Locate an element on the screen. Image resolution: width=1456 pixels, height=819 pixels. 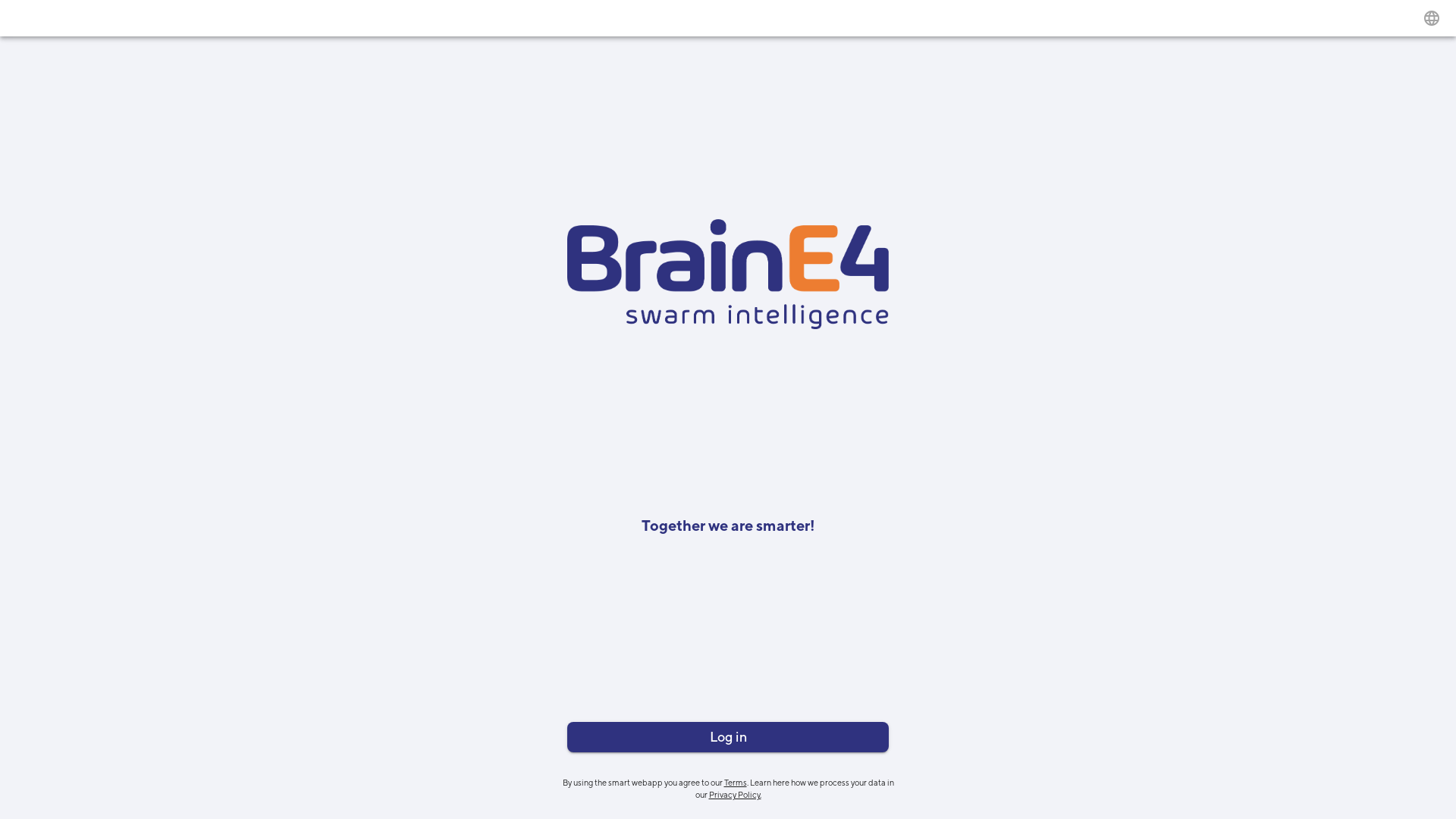
'Terms' is located at coordinates (735, 781).